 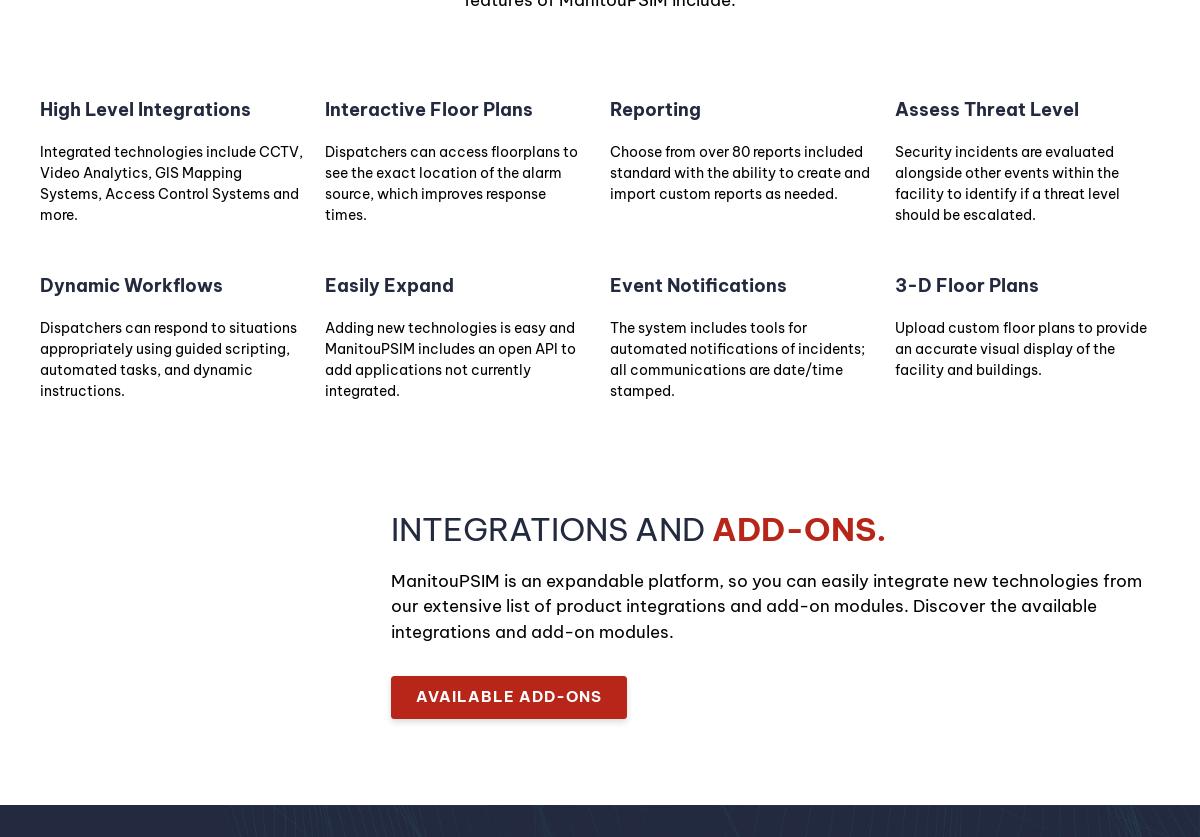 What do you see at coordinates (655, 109) in the screenshot?
I see `'Reporting'` at bounding box center [655, 109].